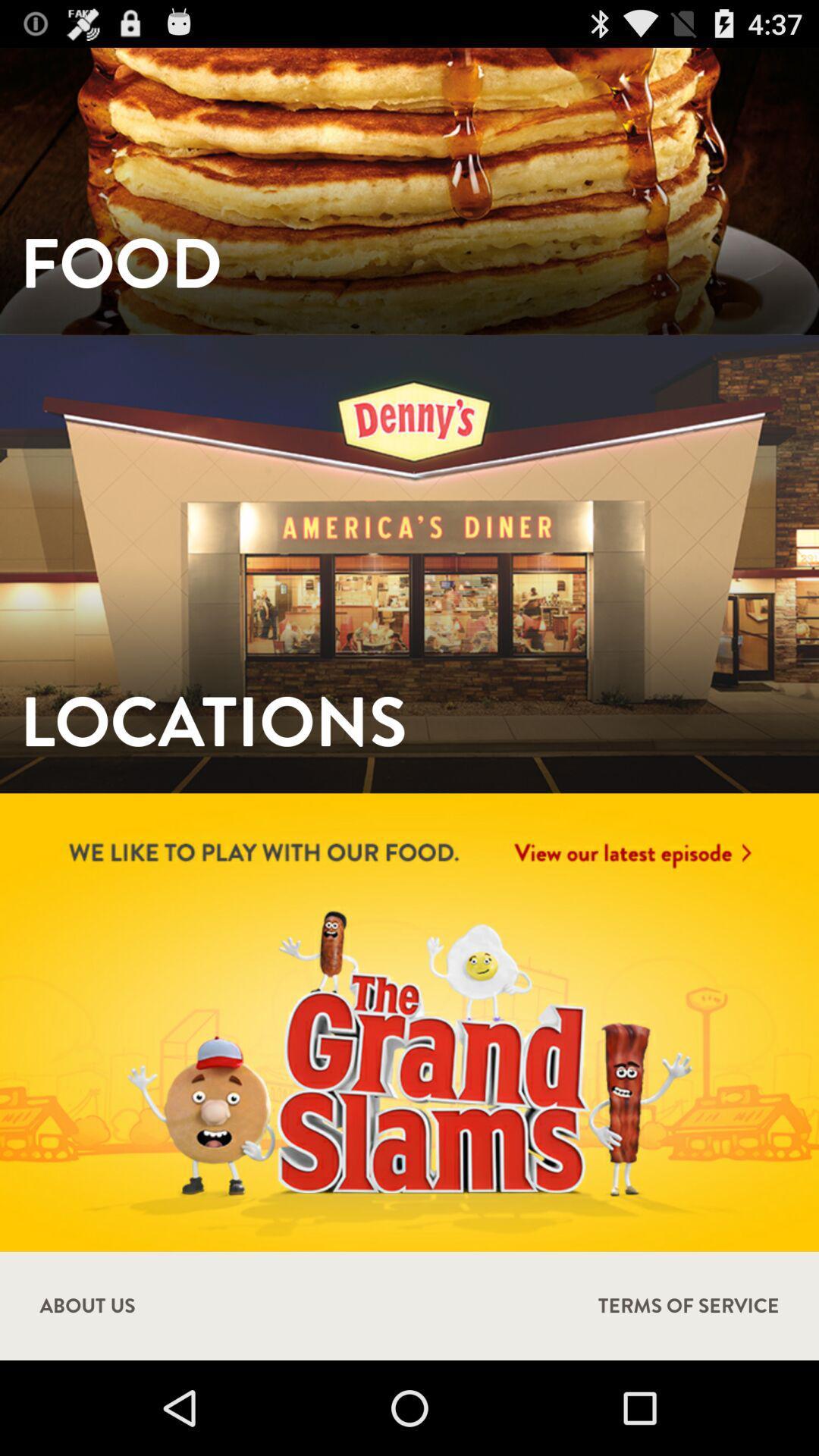 The width and height of the screenshot is (819, 1456). What do you see at coordinates (689, 1305) in the screenshot?
I see `terms of service` at bounding box center [689, 1305].